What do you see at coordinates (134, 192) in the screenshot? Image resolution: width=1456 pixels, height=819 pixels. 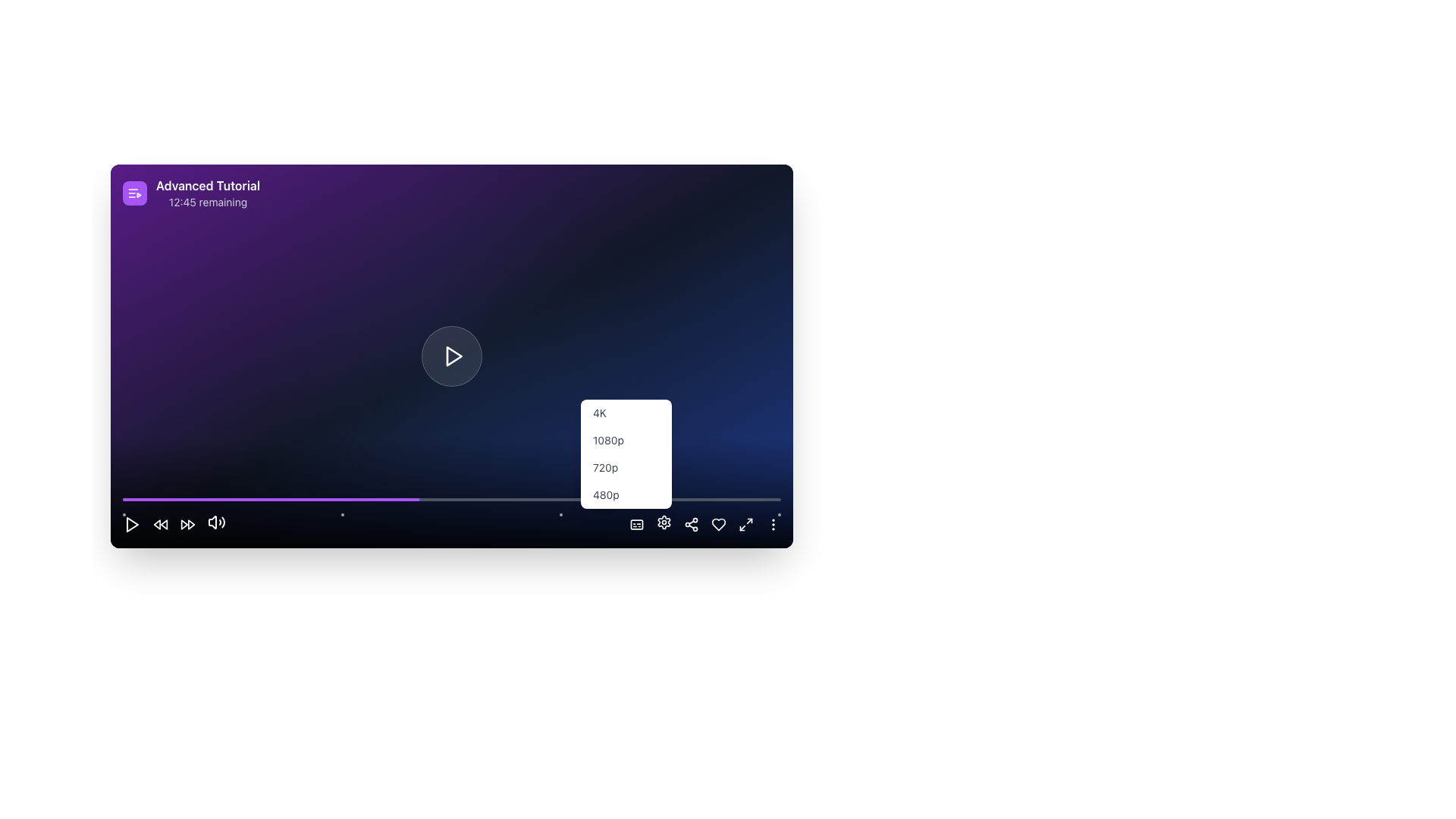 I see `the purple rounded Icon button with a white video playlist icon` at bounding box center [134, 192].